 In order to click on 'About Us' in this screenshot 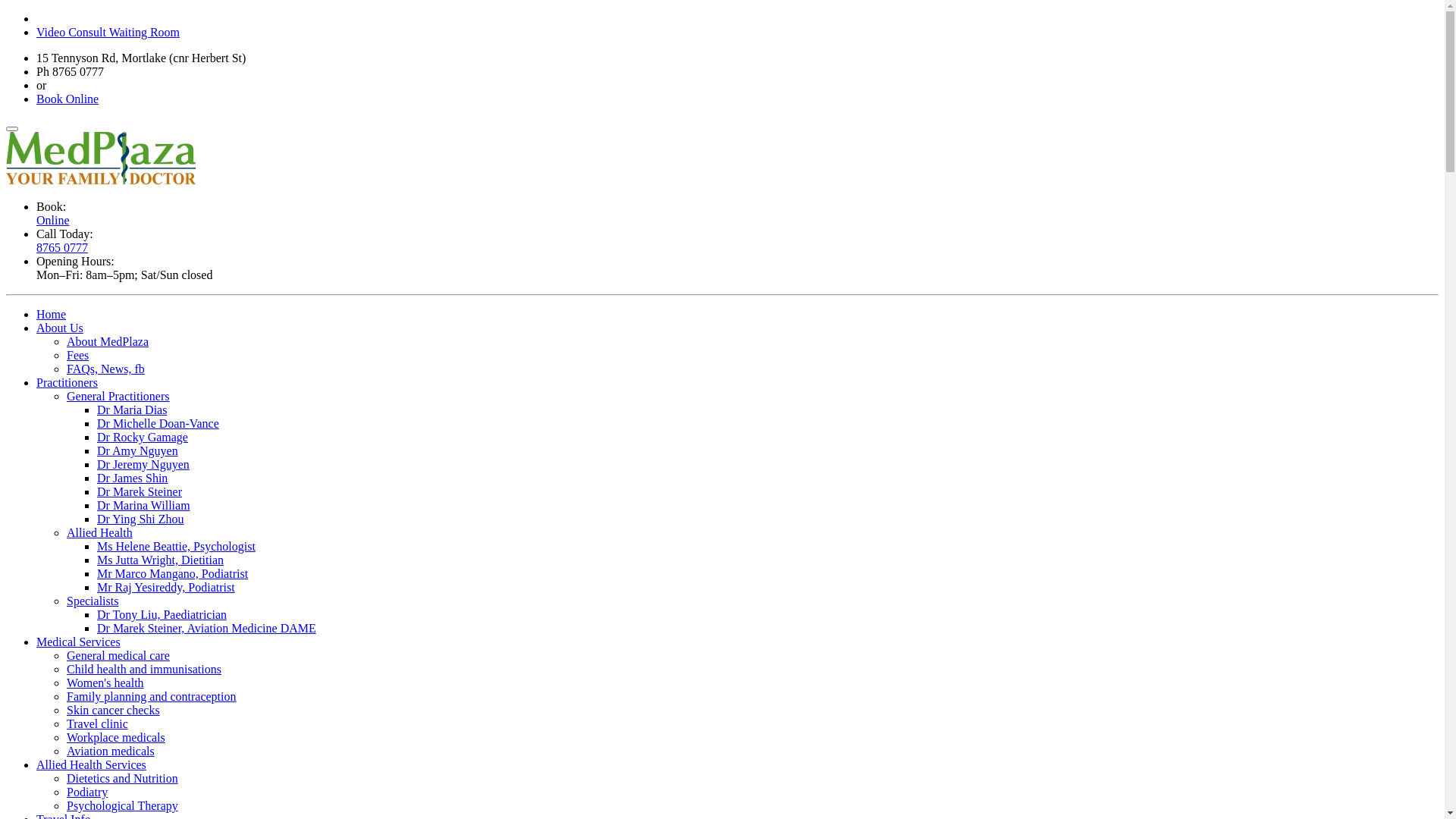, I will do `click(59, 327)`.